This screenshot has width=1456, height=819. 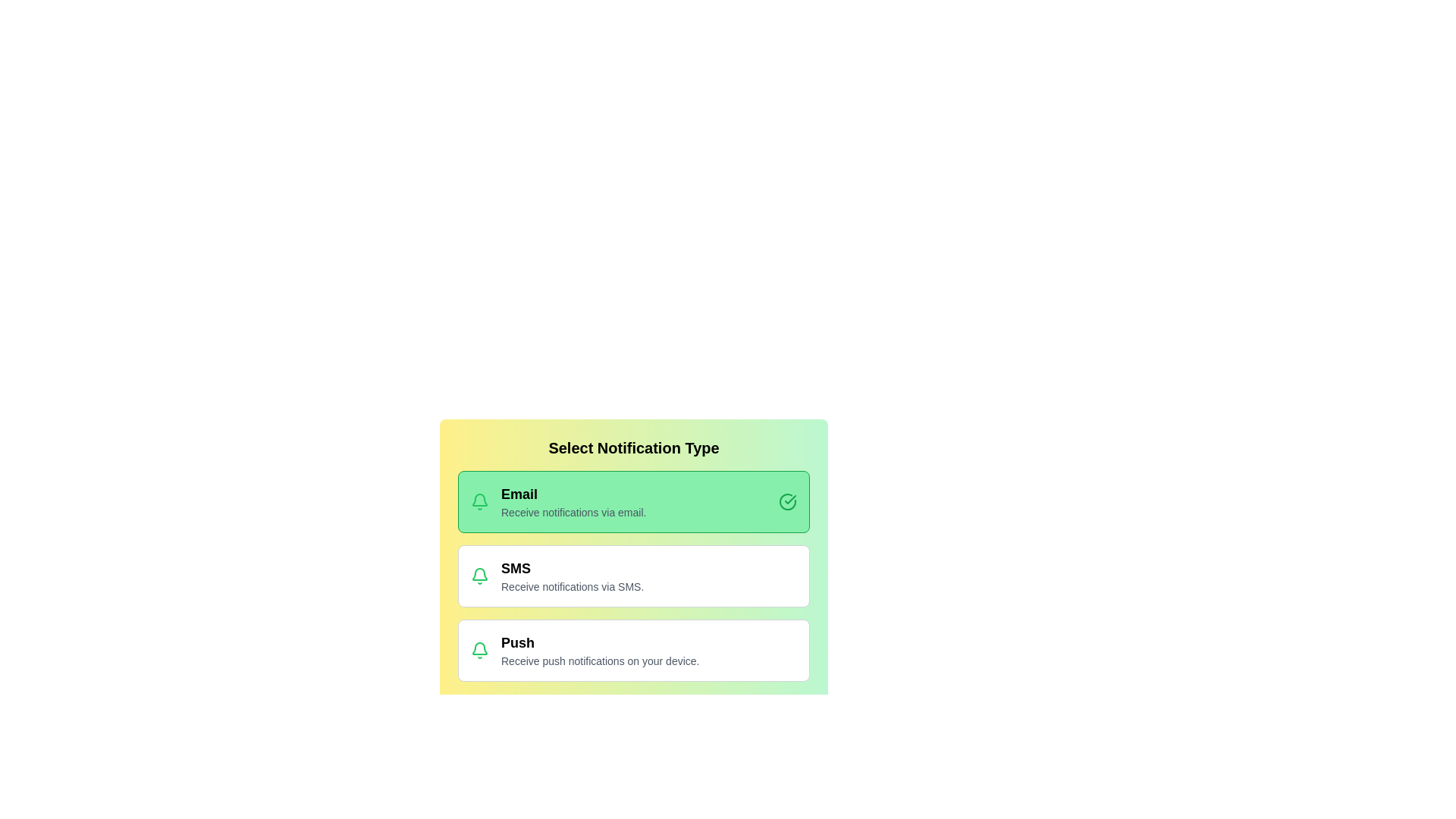 I want to click on the second interactive button card labeled 'SMS', so click(x=633, y=547).